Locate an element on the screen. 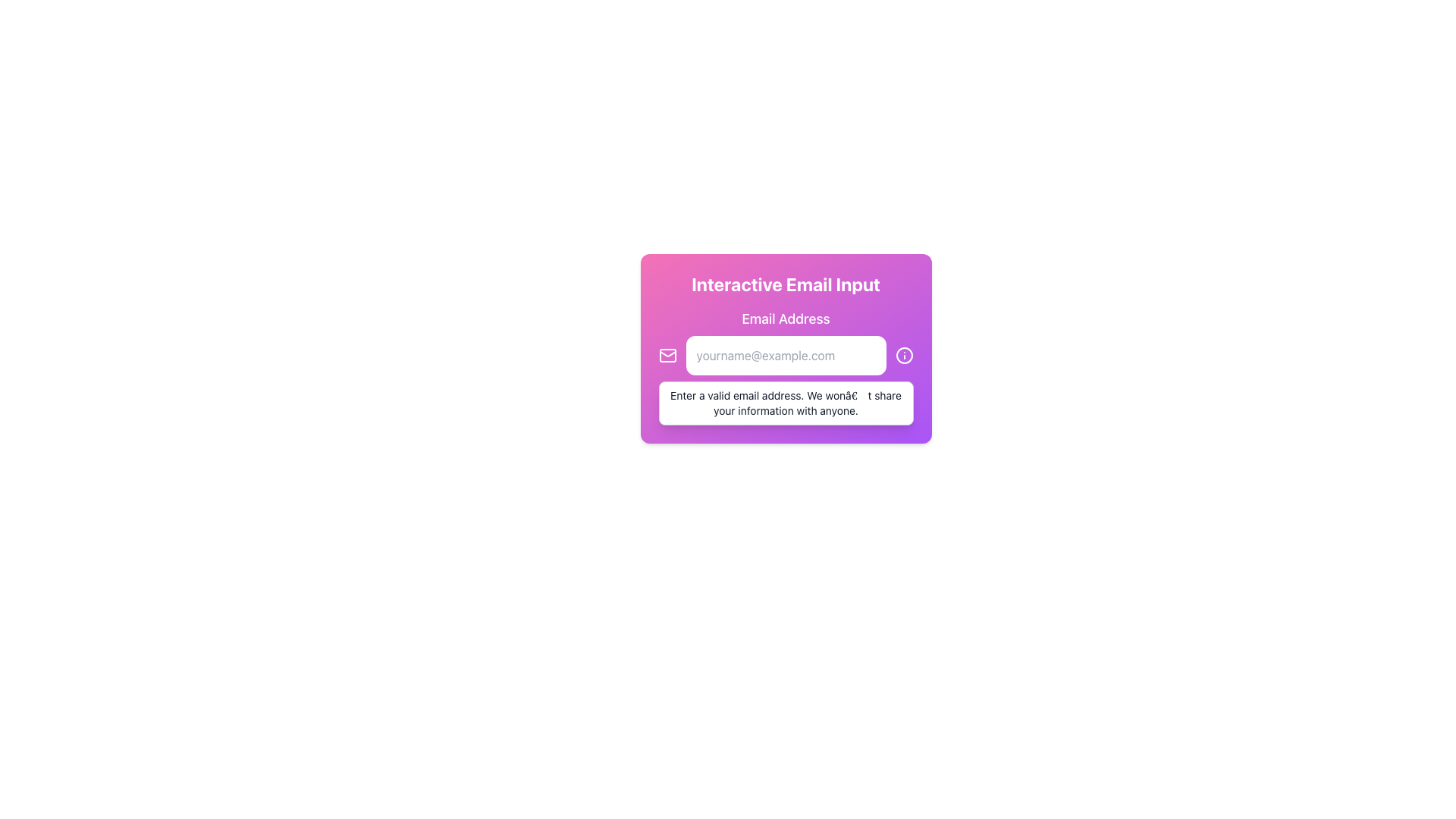 Image resolution: width=1456 pixels, height=819 pixels. the large, bold, white text displaying 'Interactive Email Input' which is center-aligned and located above the 'Email Address' label is located at coordinates (786, 284).